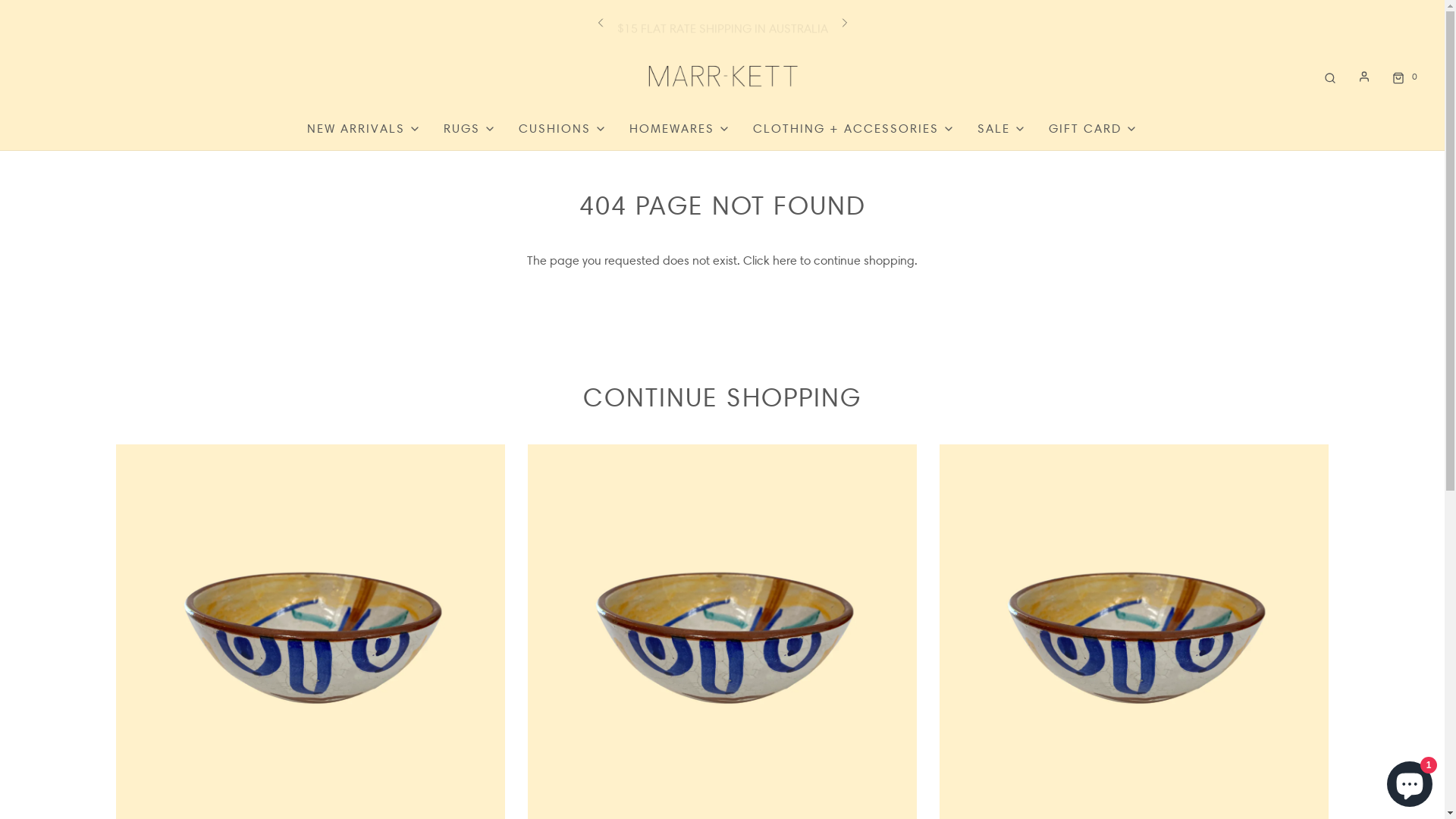 The width and height of the screenshot is (1456, 819). Describe the element at coordinates (1329, 76) in the screenshot. I see `'Search'` at that location.